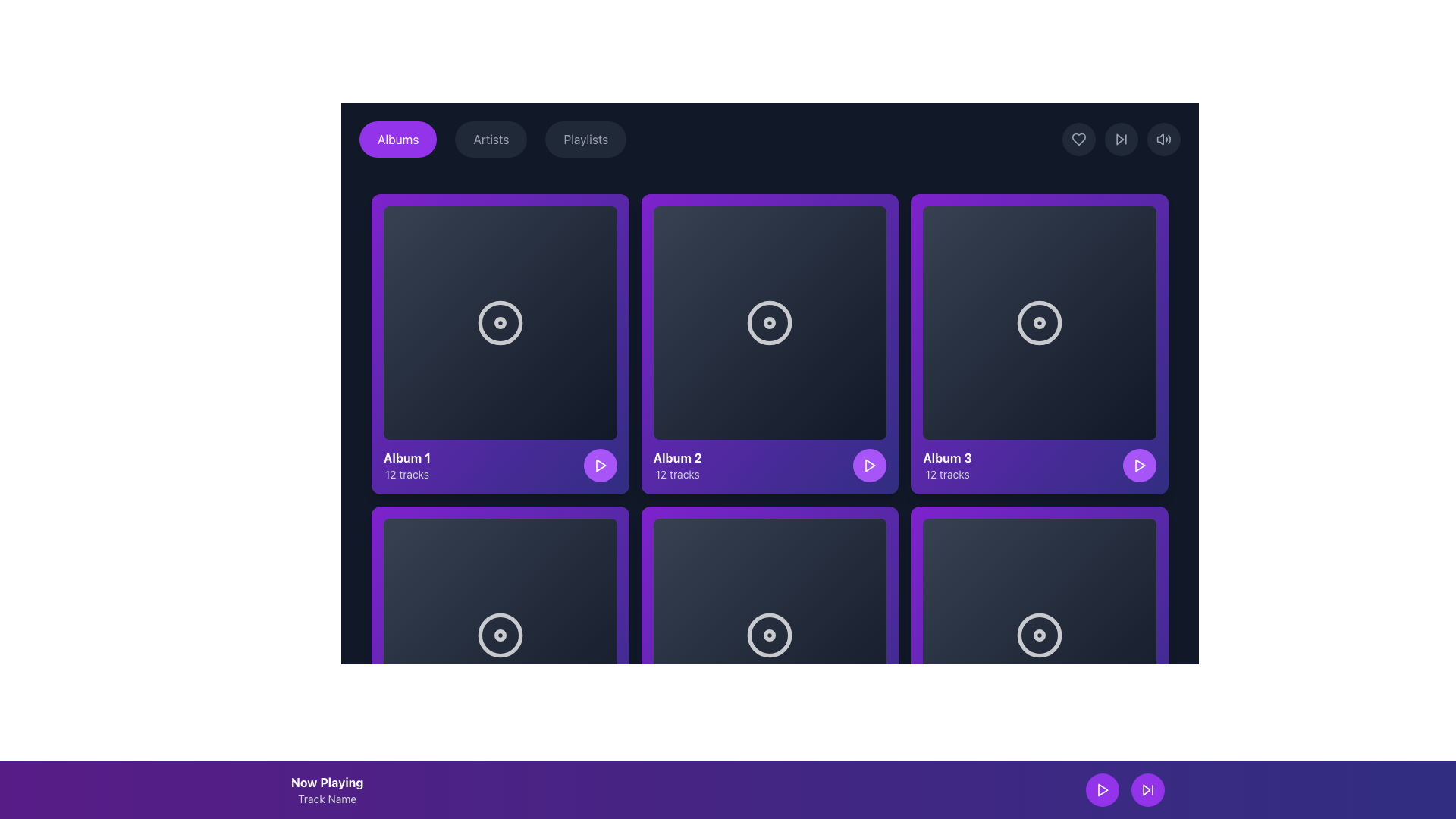 This screenshot has width=1456, height=819. I want to click on the circular button with a dark gray background and a white forward skip arrow icon, which is the second button in a horizontal row of three buttons located in the upper-right corner of the interface, so click(1121, 140).